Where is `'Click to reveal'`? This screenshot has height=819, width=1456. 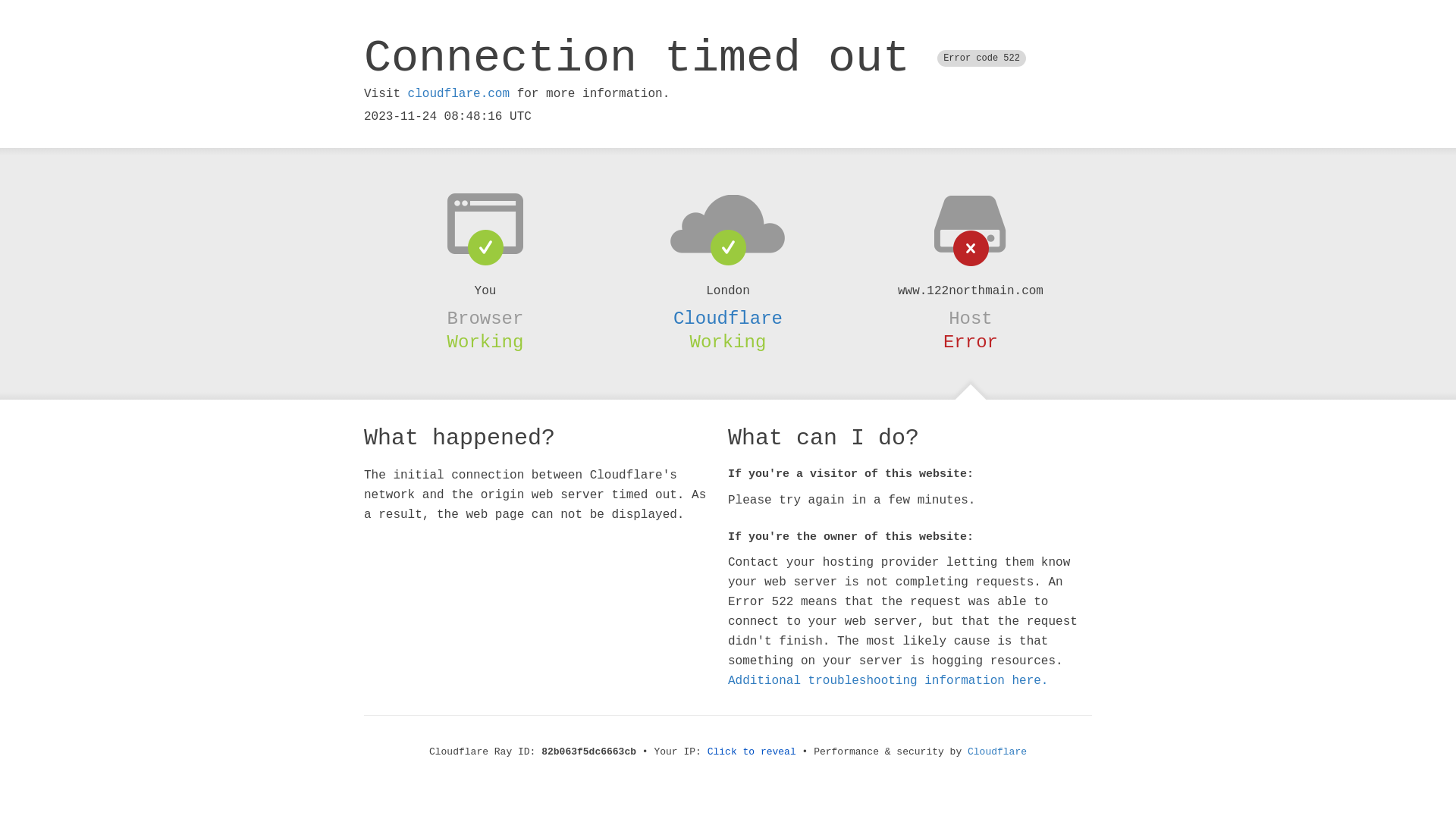 'Click to reveal' is located at coordinates (752, 752).